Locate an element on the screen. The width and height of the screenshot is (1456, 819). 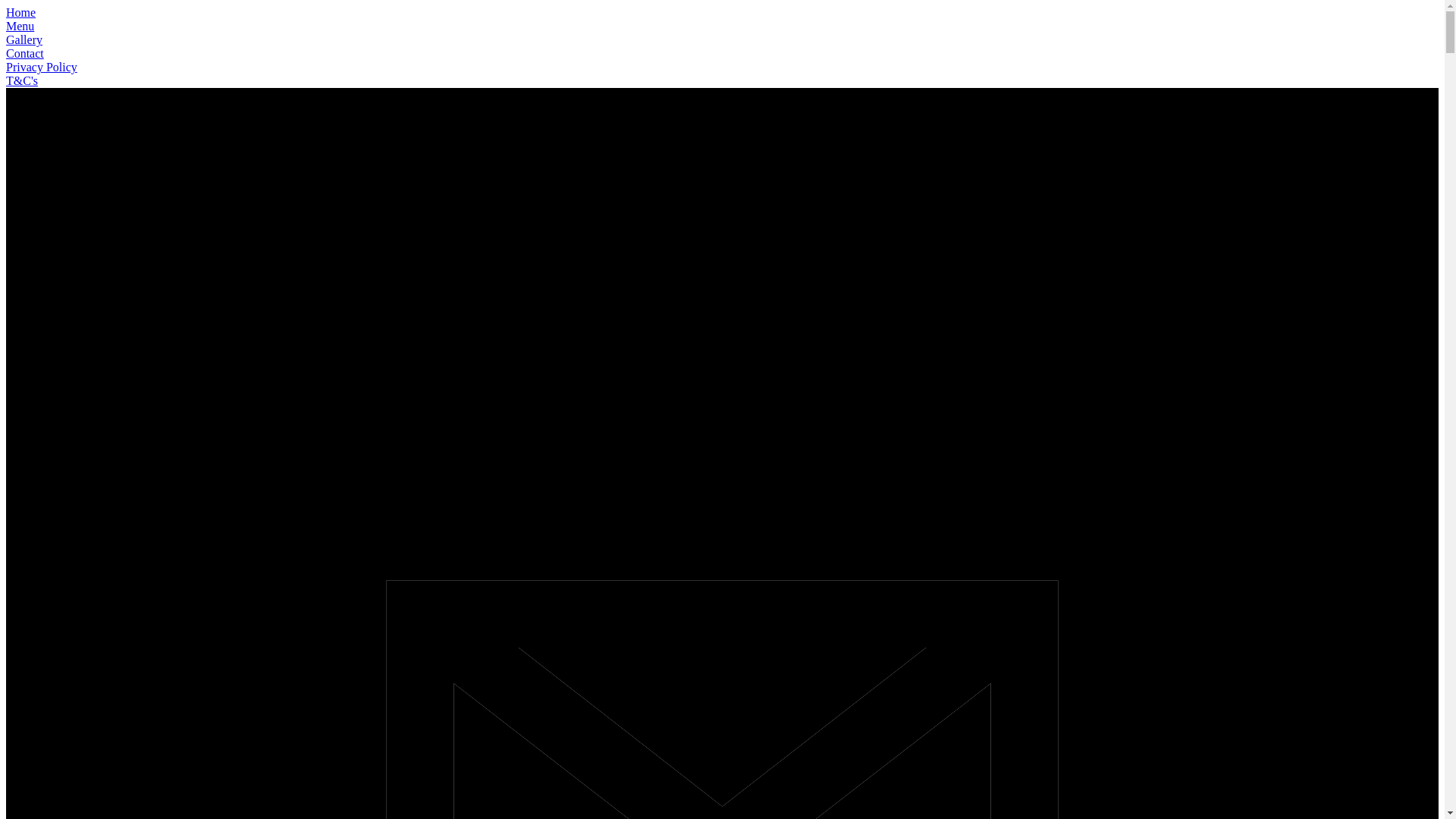
'Privacy Policy' is located at coordinates (6, 66).